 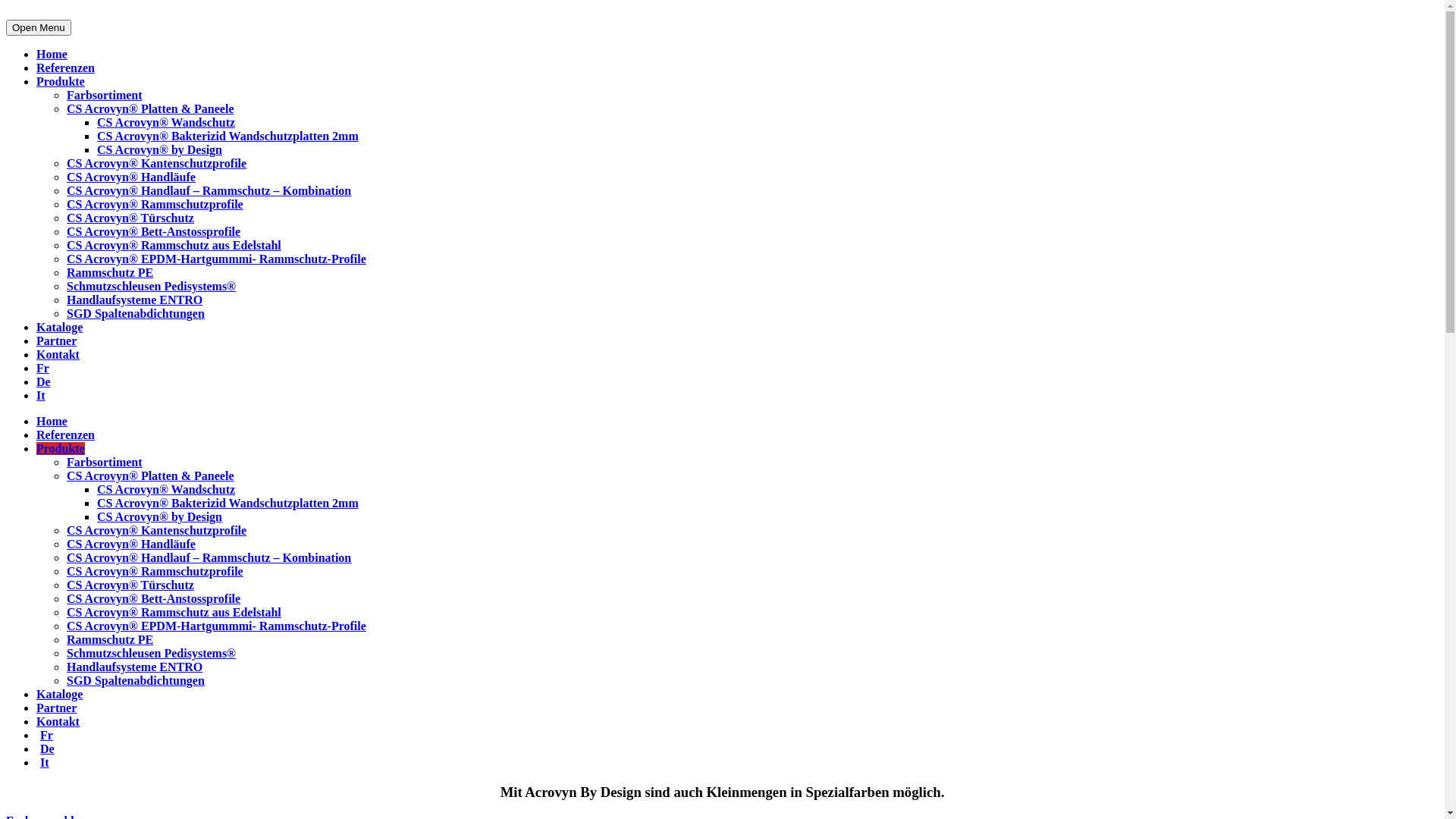 What do you see at coordinates (58, 720) in the screenshot?
I see `'Kontakt'` at bounding box center [58, 720].